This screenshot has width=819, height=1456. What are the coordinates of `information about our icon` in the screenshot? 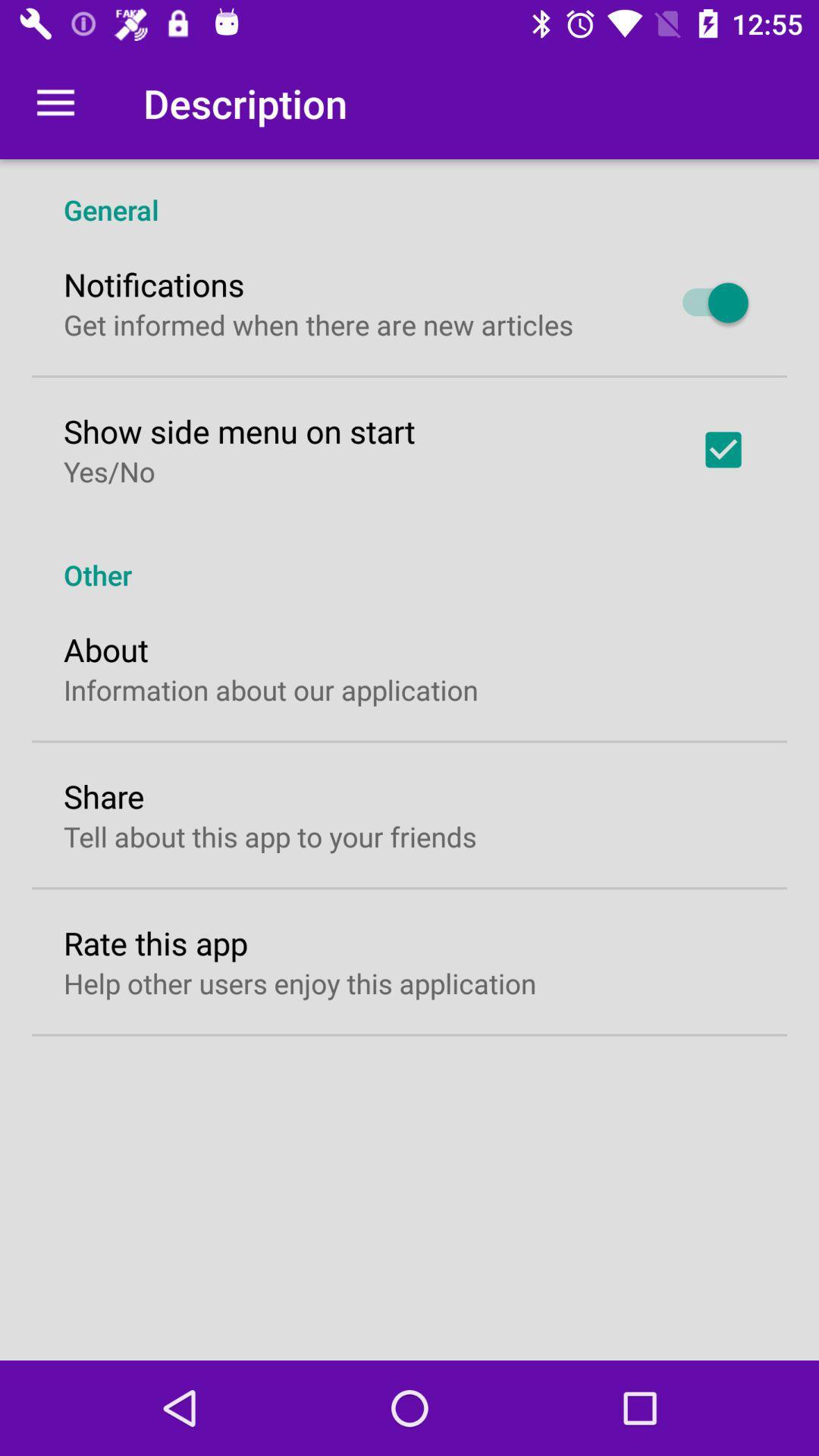 It's located at (270, 689).